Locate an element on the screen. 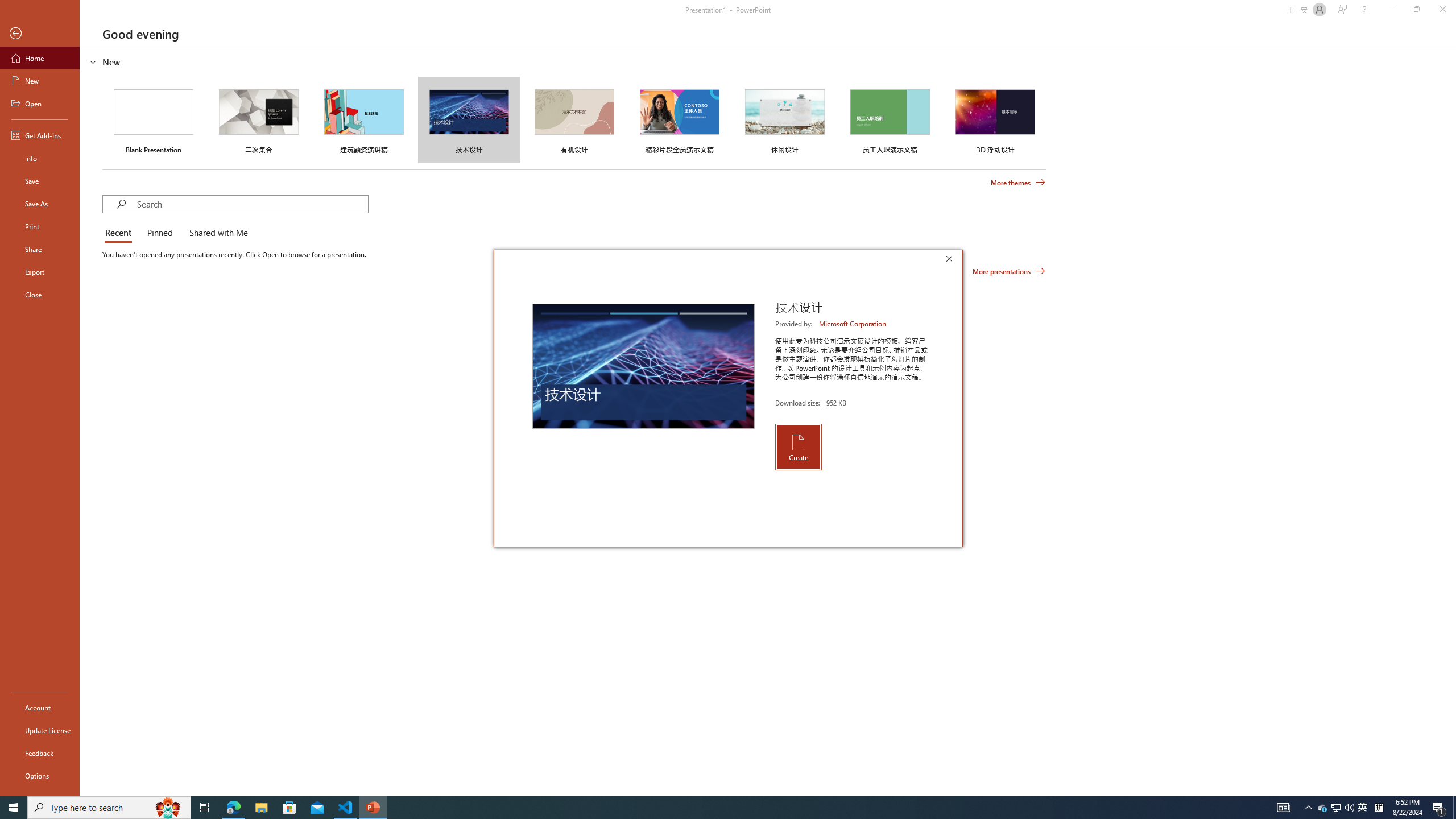 The width and height of the screenshot is (1456, 819). 'Back' is located at coordinates (39, 33).